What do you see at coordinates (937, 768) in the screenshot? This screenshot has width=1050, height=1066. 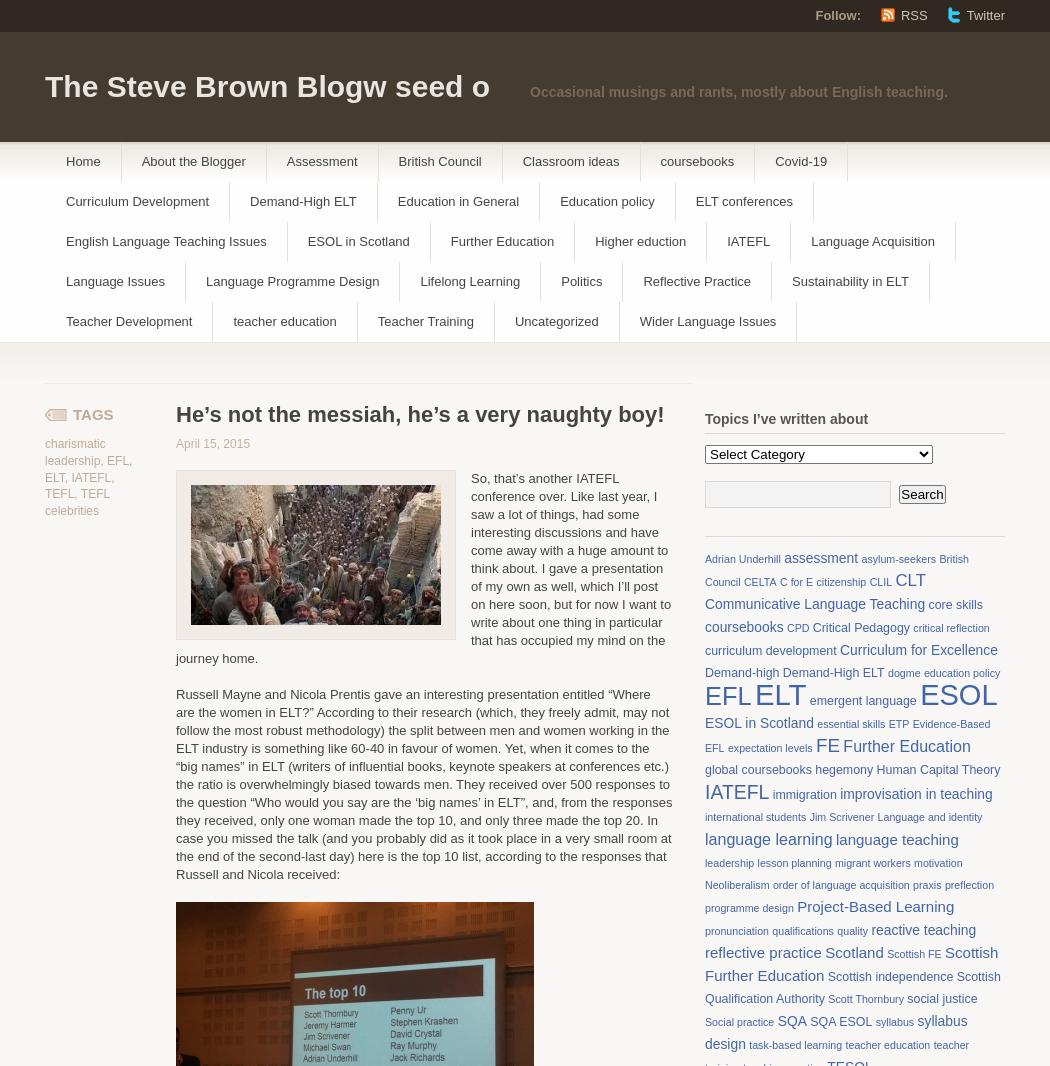 I see `'Human Capital Theory'` at bounding box center [937, 768].